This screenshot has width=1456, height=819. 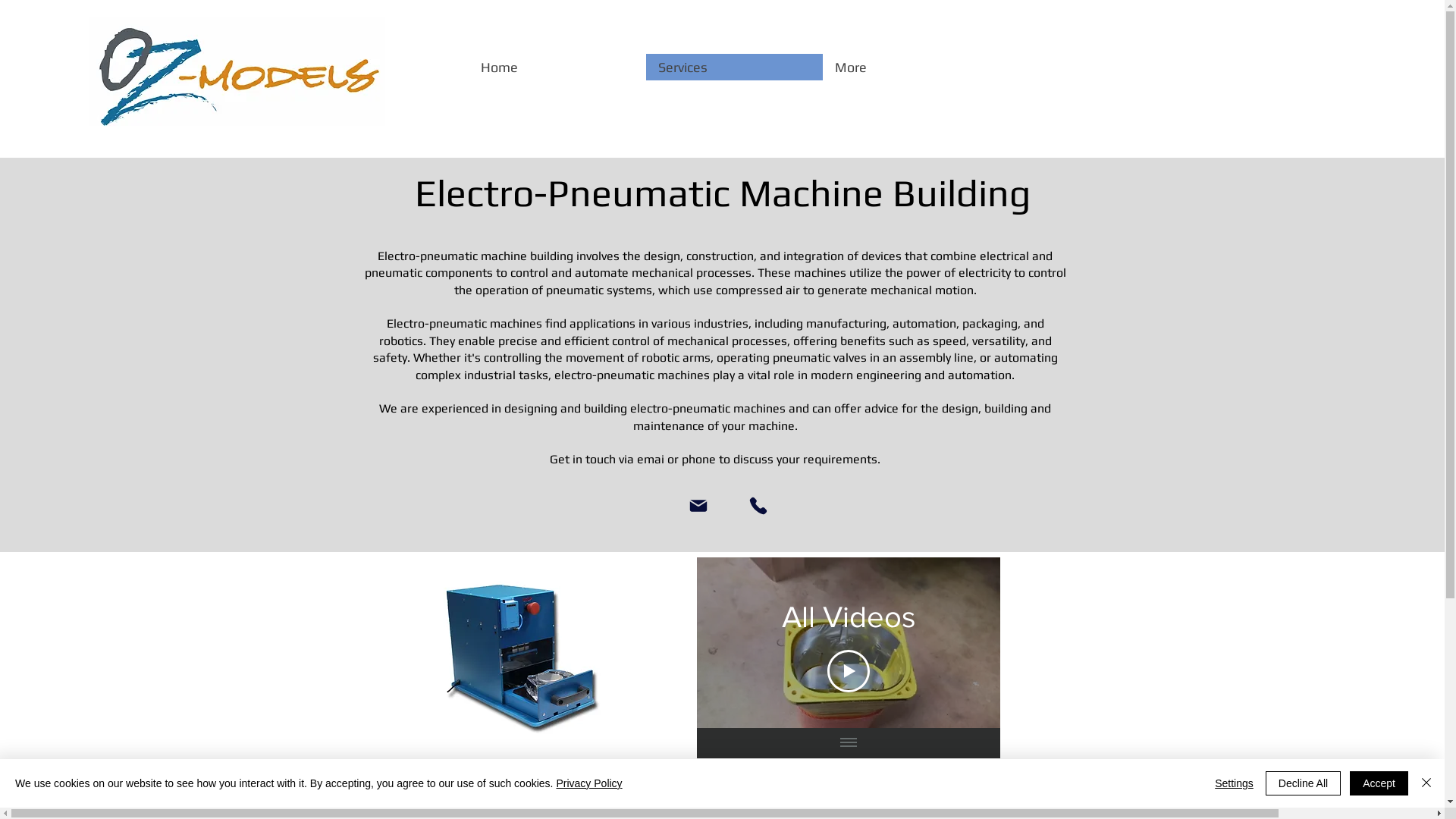 I want to click on 'Accept', so click(x=1379, y=783).